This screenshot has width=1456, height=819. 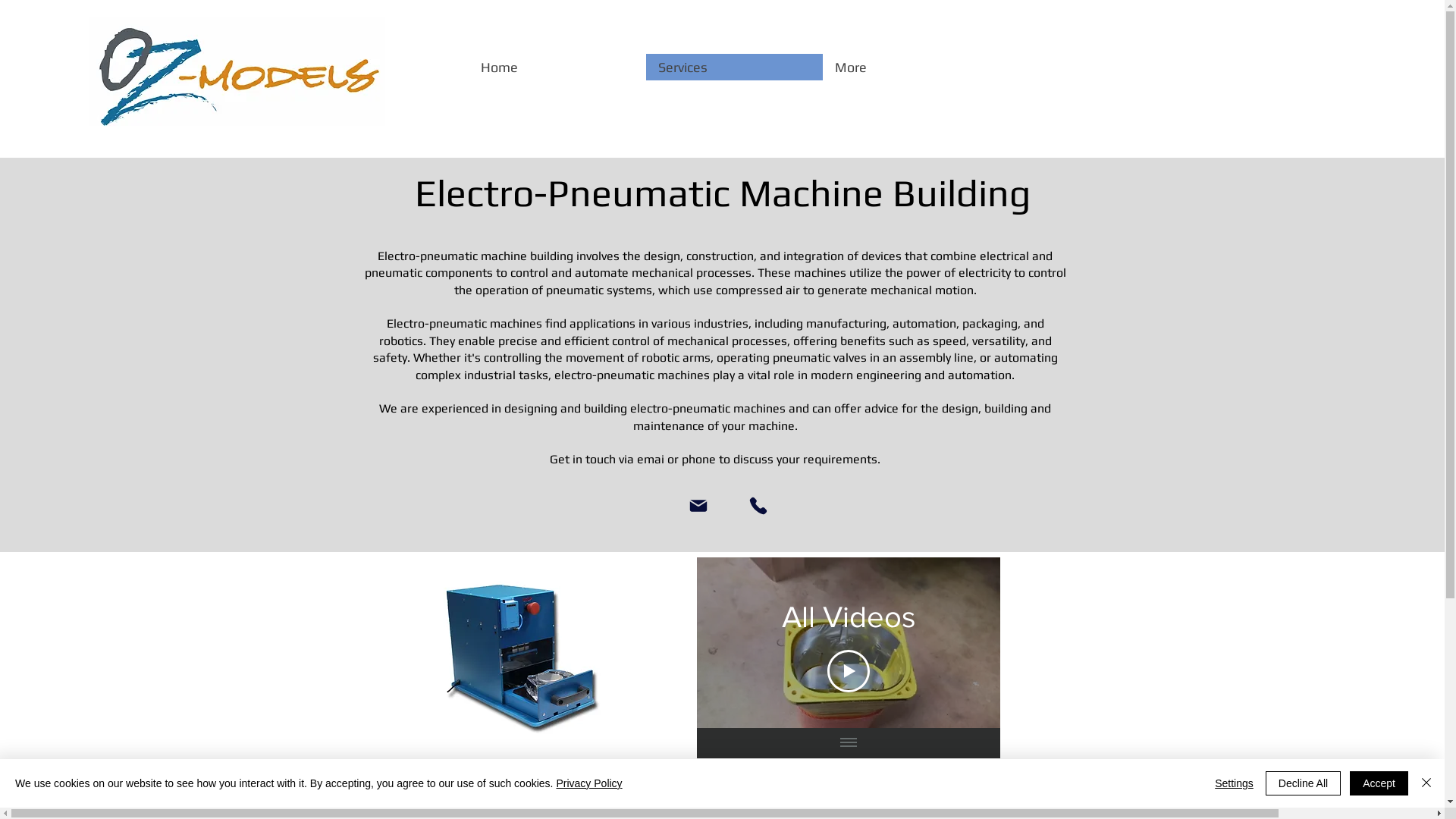 I want to click on 'Accept', so click(x=1379, y=783).